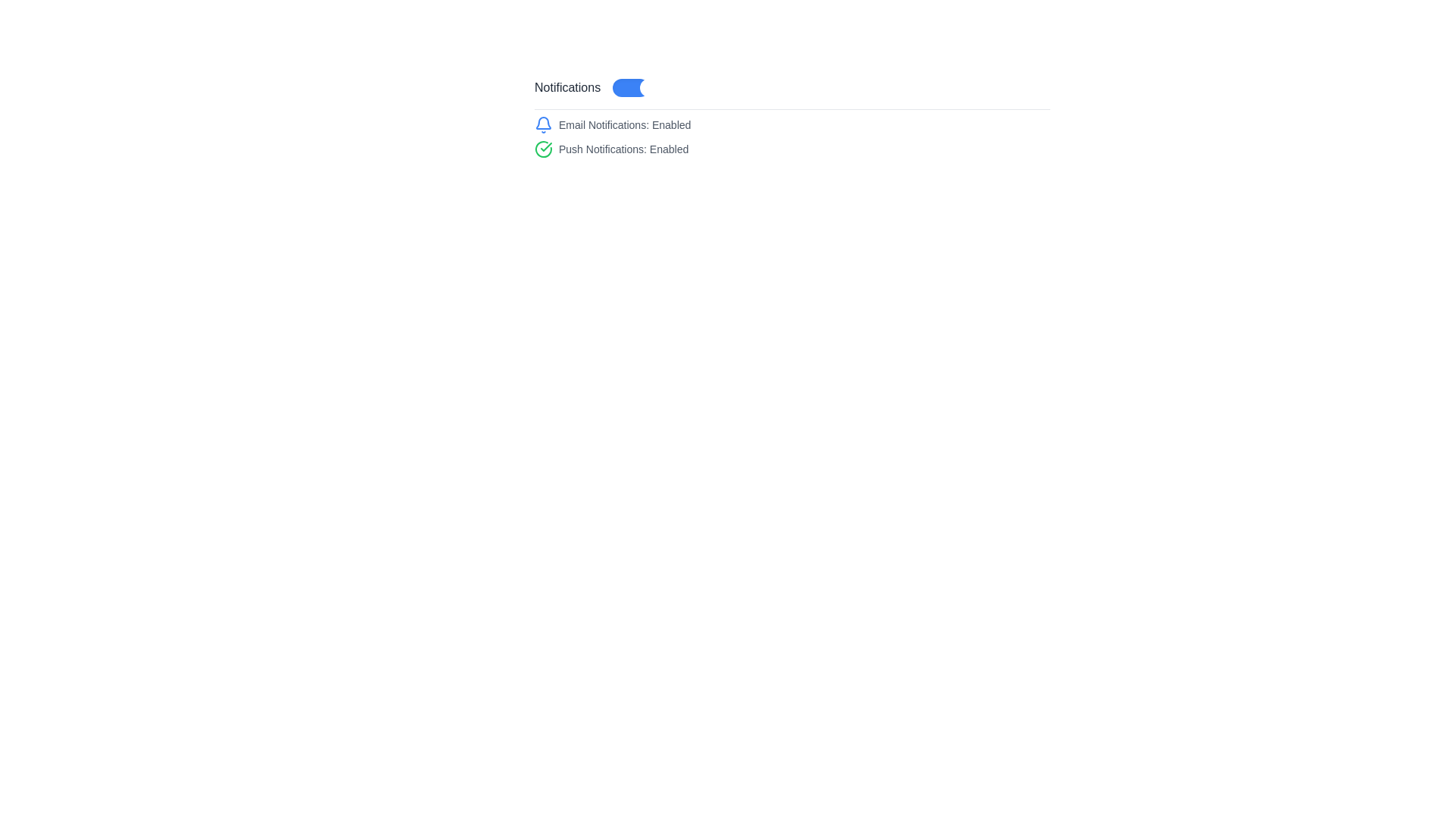 The height and width of the screenshot is (819, 1456). Describe the element at coordinates (623, 149) in the screenshot. I see `the status message label that indicates Push Notifications are enabled, located to the right of the green checkmark icon under the 'Notifications' subsection` at that location.